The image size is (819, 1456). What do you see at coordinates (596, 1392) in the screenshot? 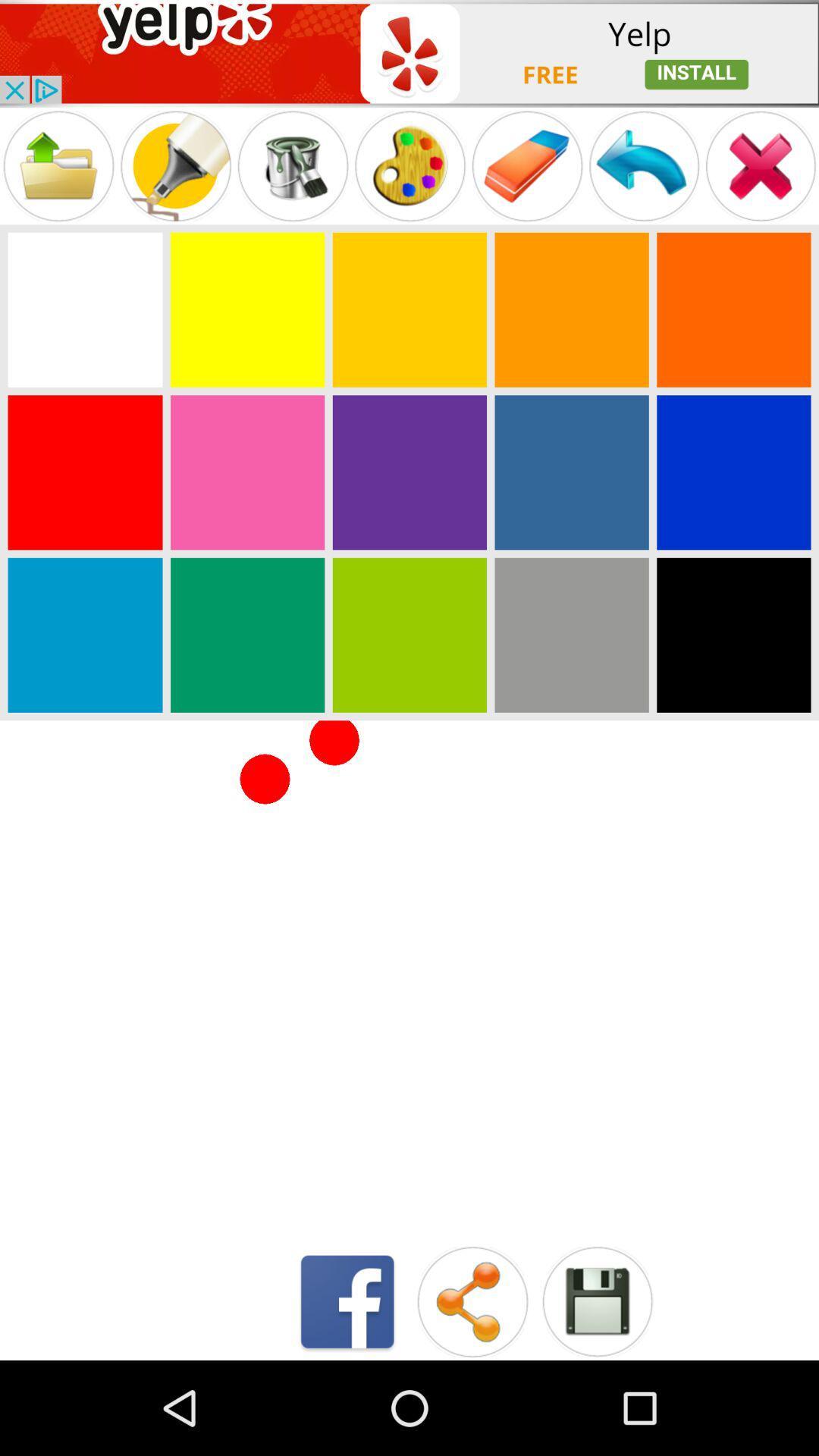
I see `the save icon` at bounding box center [596, 1392].